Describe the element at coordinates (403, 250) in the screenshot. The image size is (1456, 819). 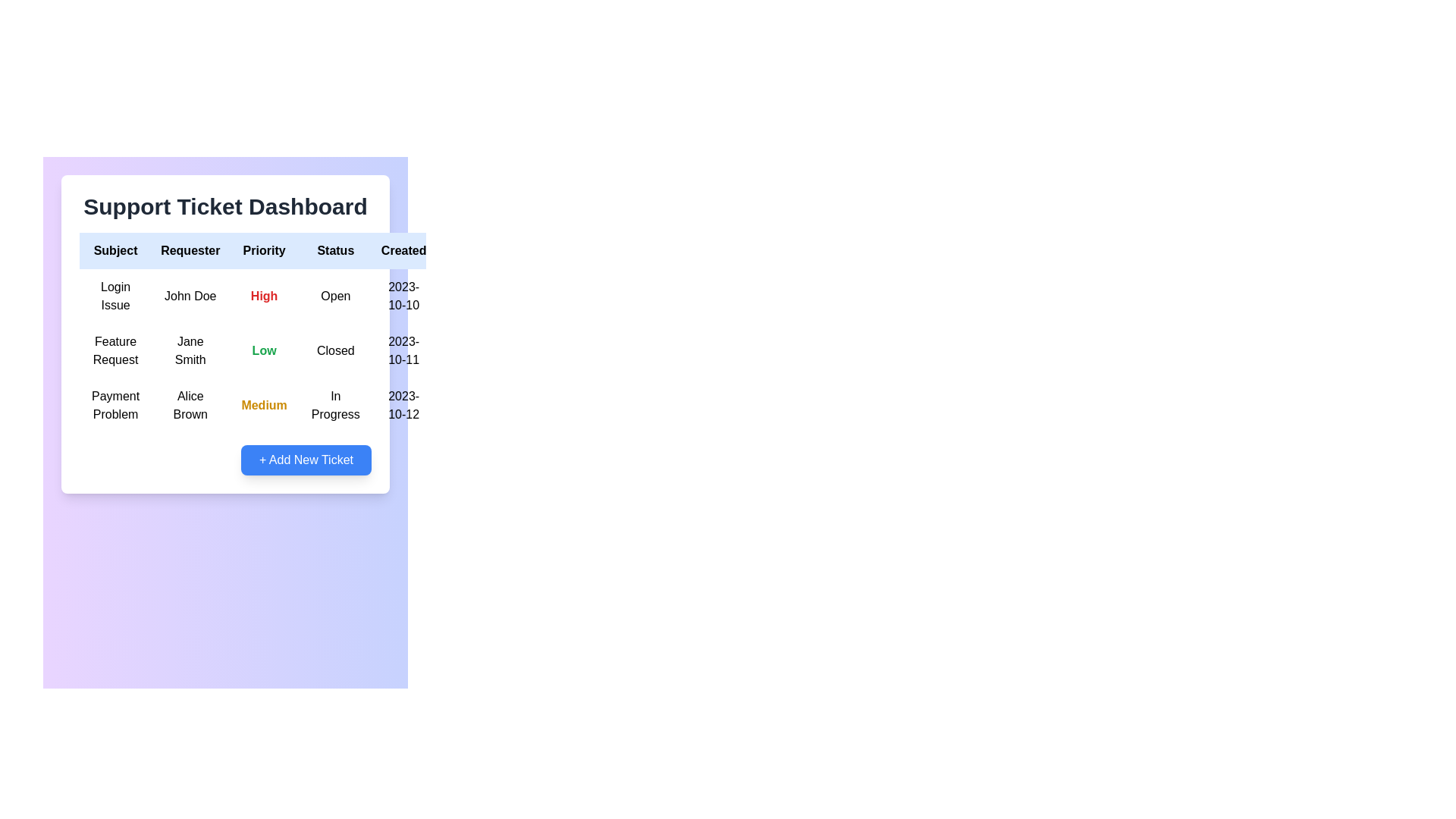
I see `the Table Header Cell that labels the column displaying the creation dates of the listed tickets to sort the column` at that location.